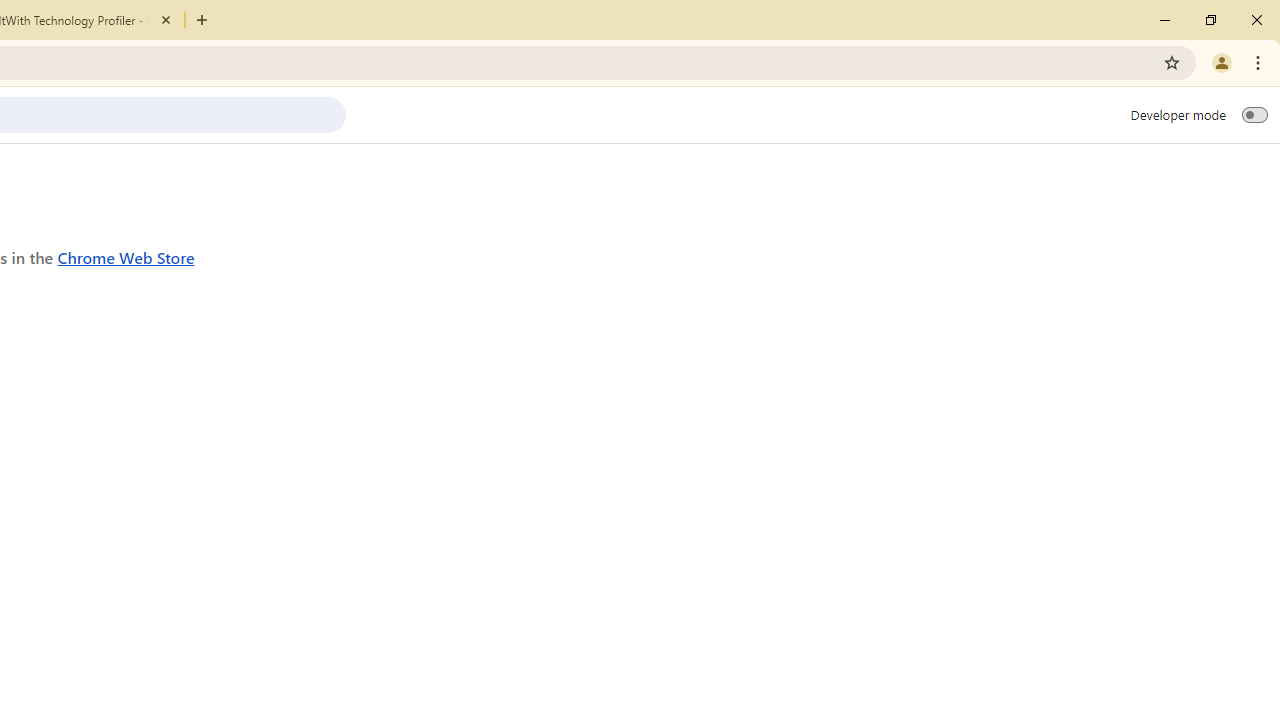 The height and width of the screenshot is (720, 1280). What do you see at coordinates (1254, 114) in the screenshot?
I see `'Developer mode'` at bounding box center [1254, 114].